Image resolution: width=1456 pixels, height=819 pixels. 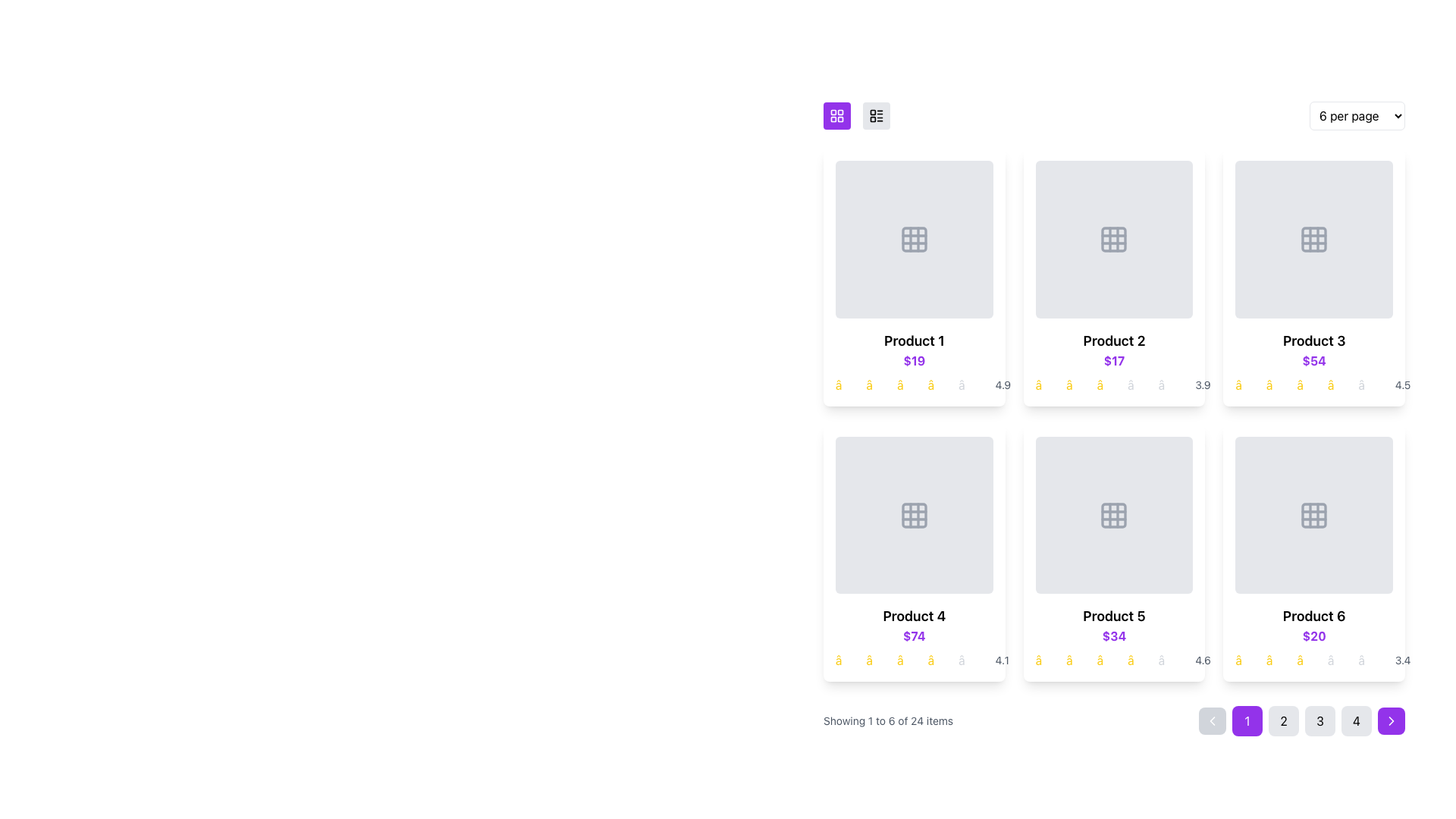 I want to click on the rightward chevron arrow button located at the bottom-right part of the UI, so click(x=1391, y=720).